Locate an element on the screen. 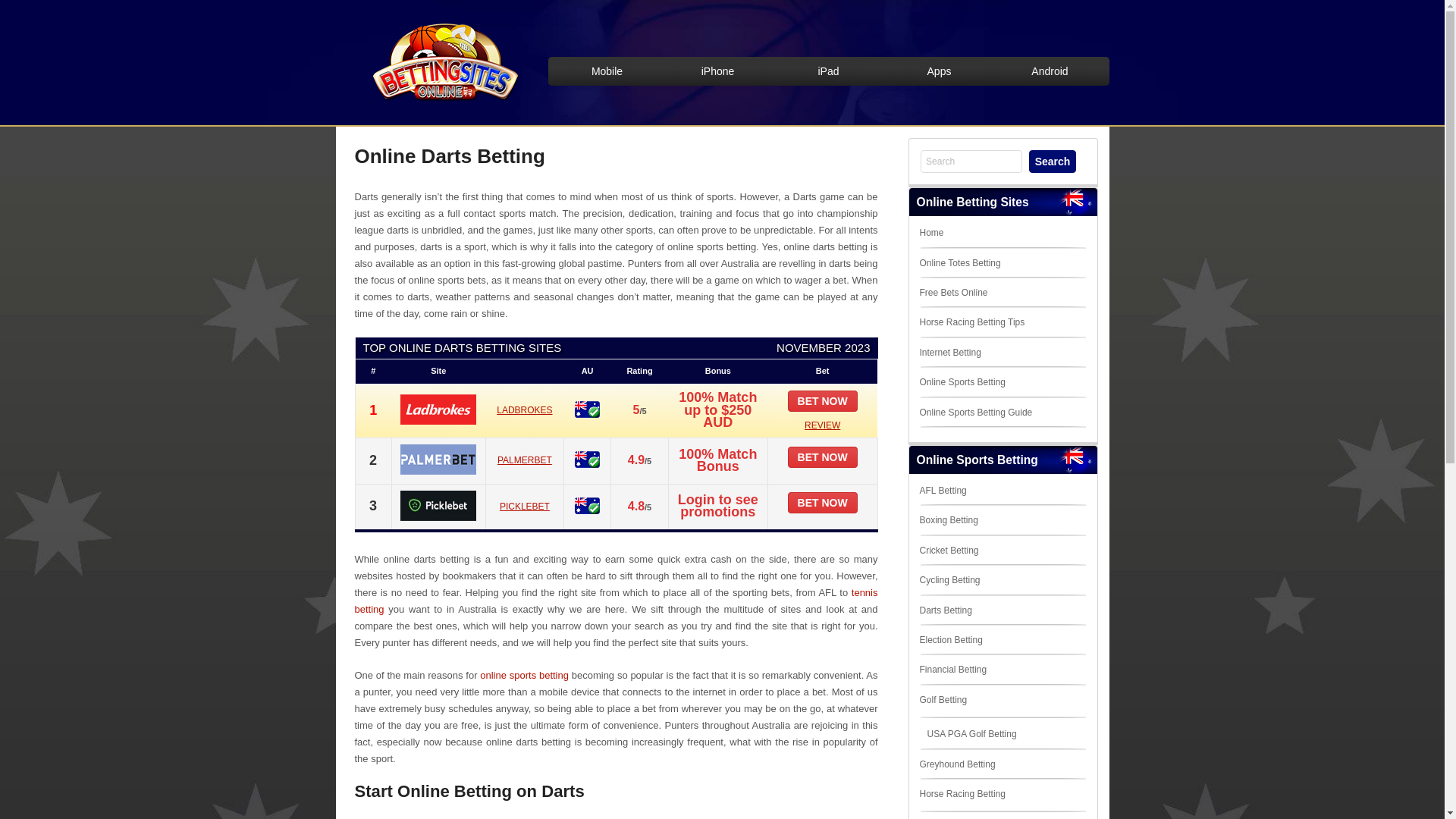 The image size is (1456, 819). 'Home' is located at coordinates (930, 233).